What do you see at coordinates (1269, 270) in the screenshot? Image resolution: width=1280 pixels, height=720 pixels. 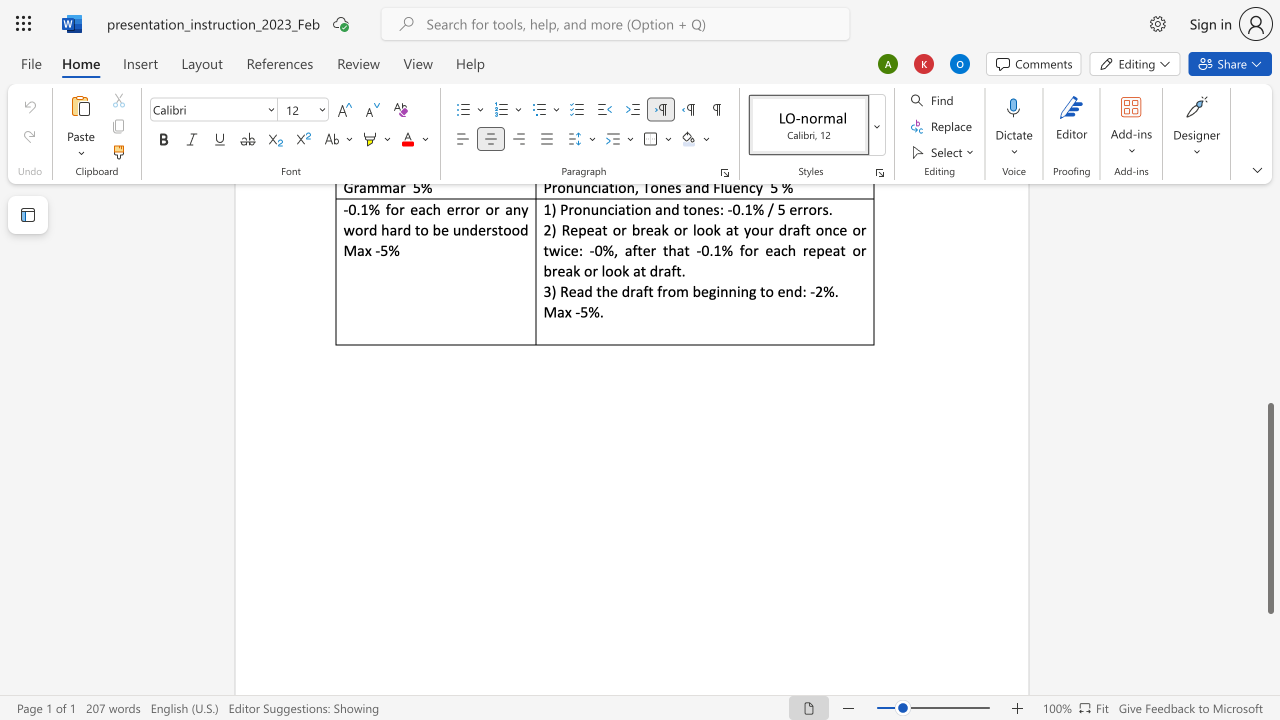 I see `the scrollbar on the right to move the page upward` at bounding box center [1269, 270].